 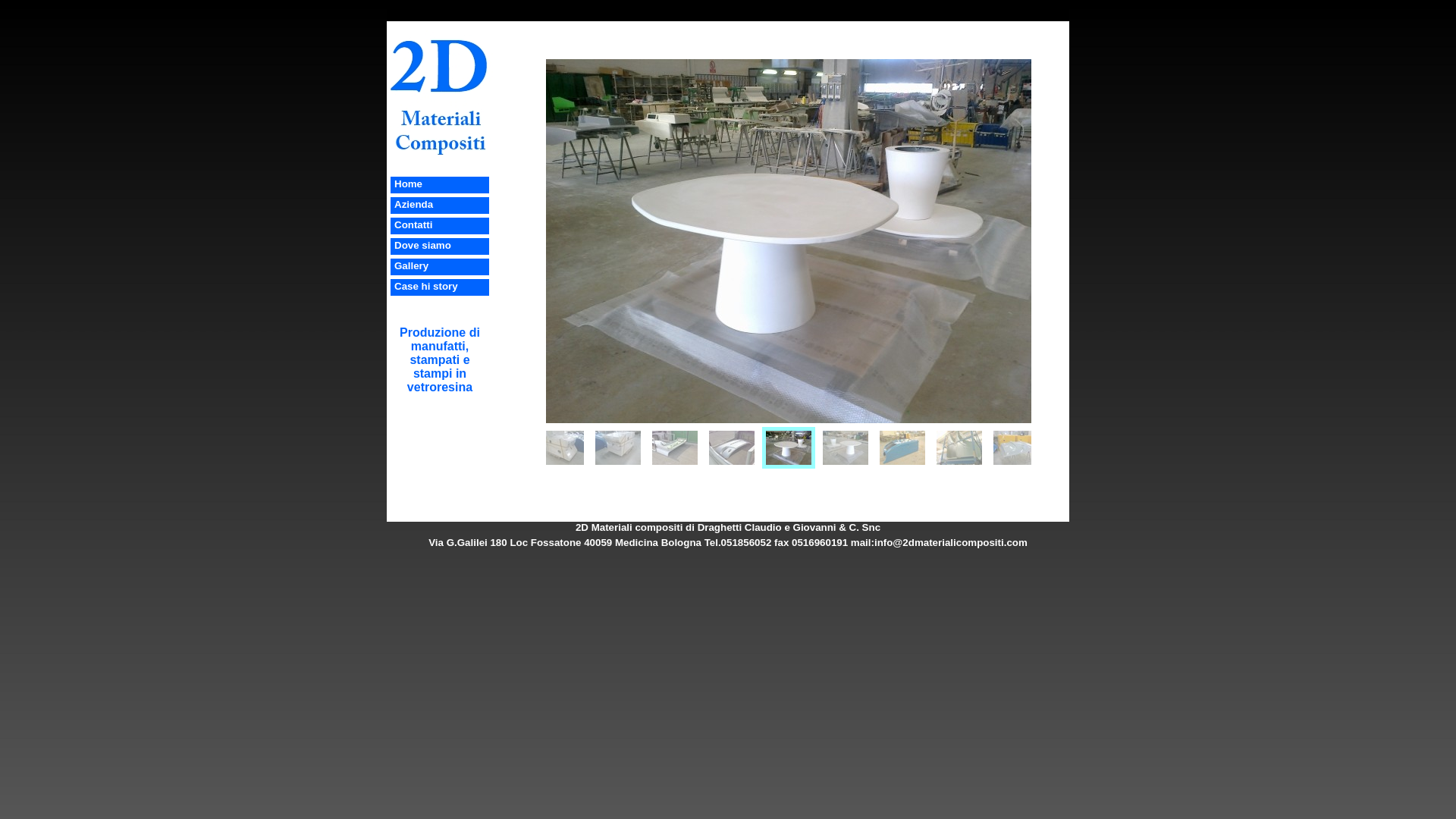 What do you see at coordinates (413, 224) in the screenshot?
I see `'Contatti'` at bounding box center [413, 224].